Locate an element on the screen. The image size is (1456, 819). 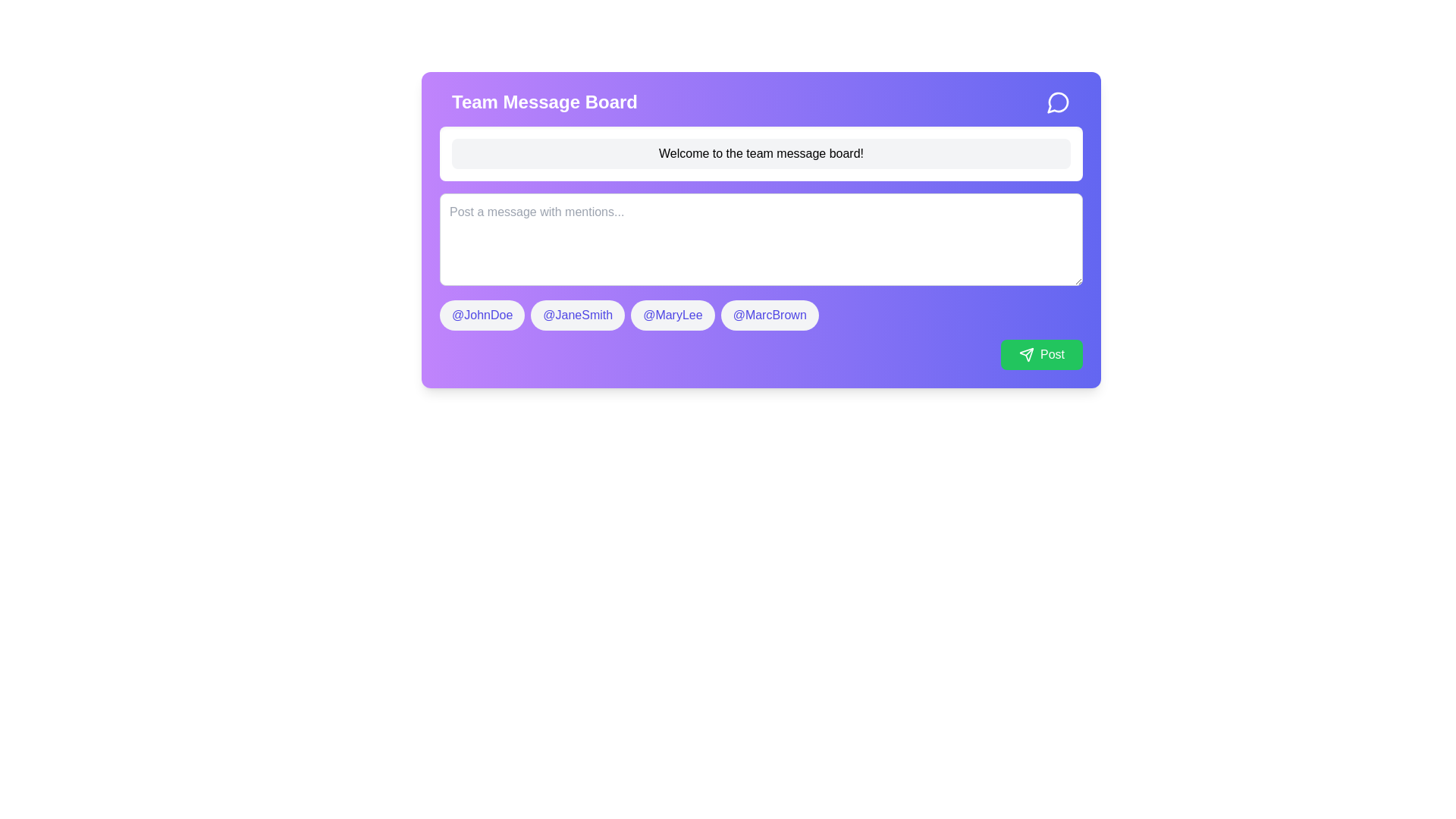
the 'Submit' button located at the bottom-right corner of the 'Team Message Board' panel is located at coordinates (1040, 354).